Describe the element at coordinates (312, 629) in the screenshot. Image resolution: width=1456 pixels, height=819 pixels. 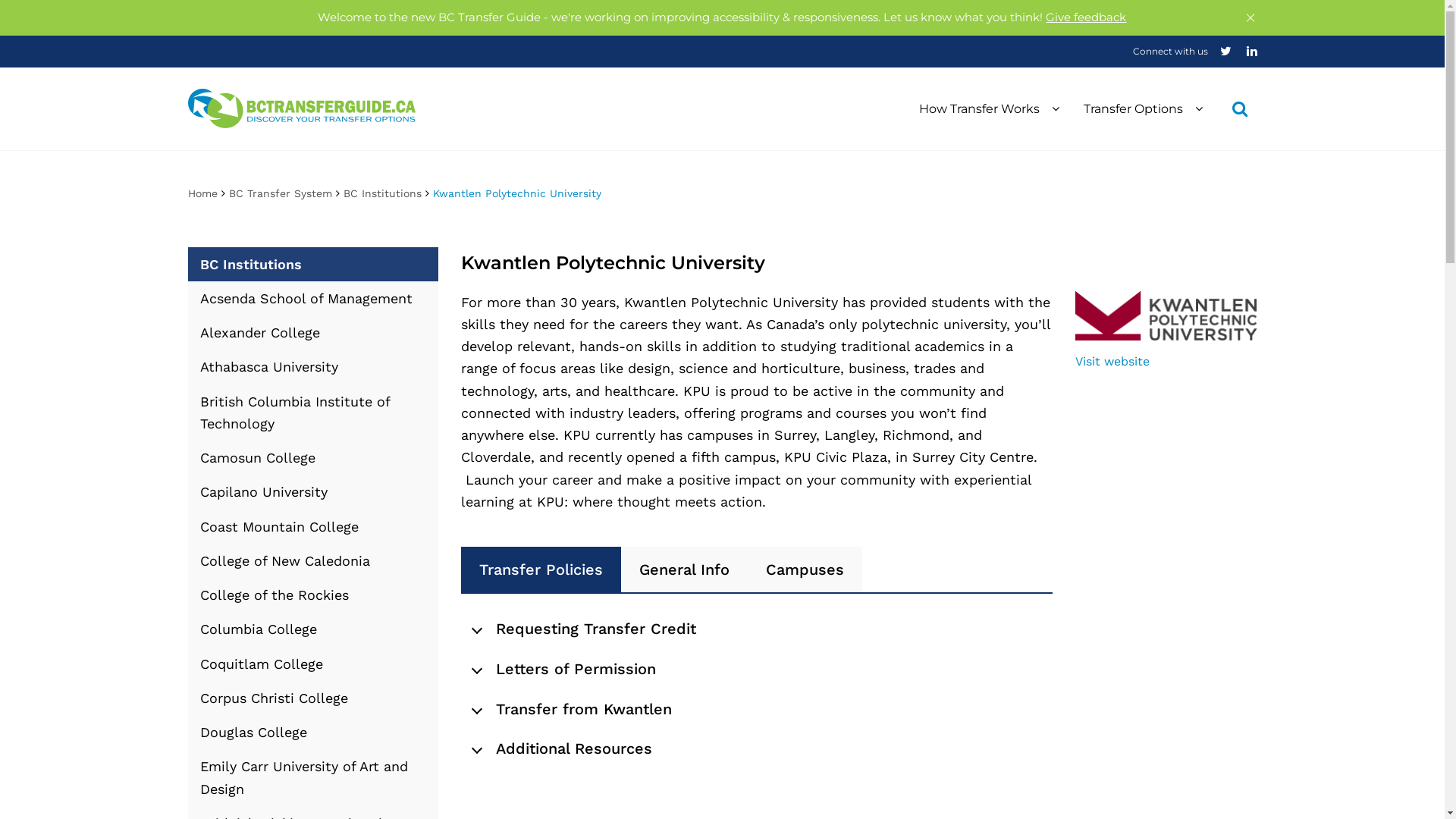
I see `'Columbia College'` at that location.